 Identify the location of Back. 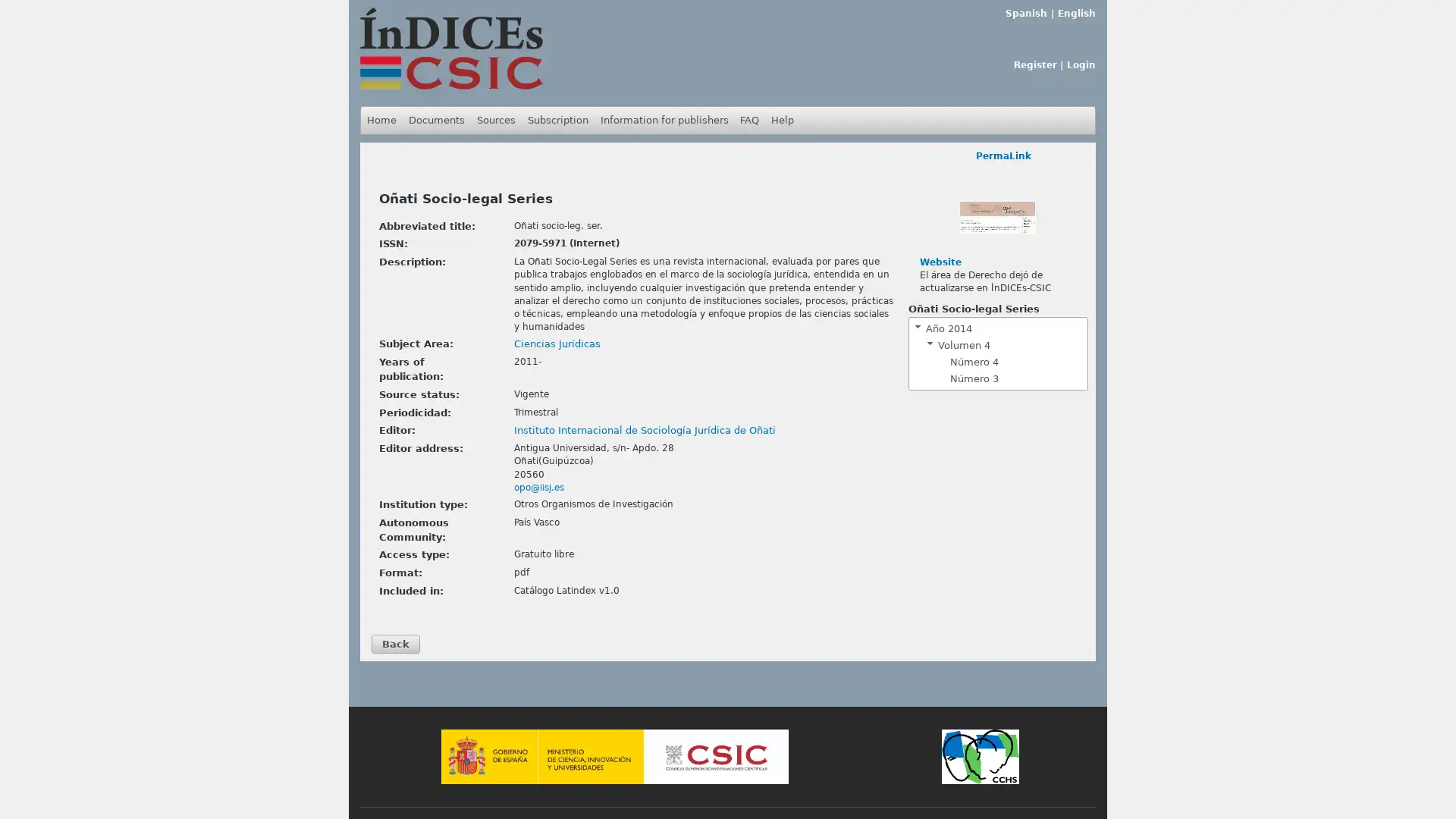
(396, 644).